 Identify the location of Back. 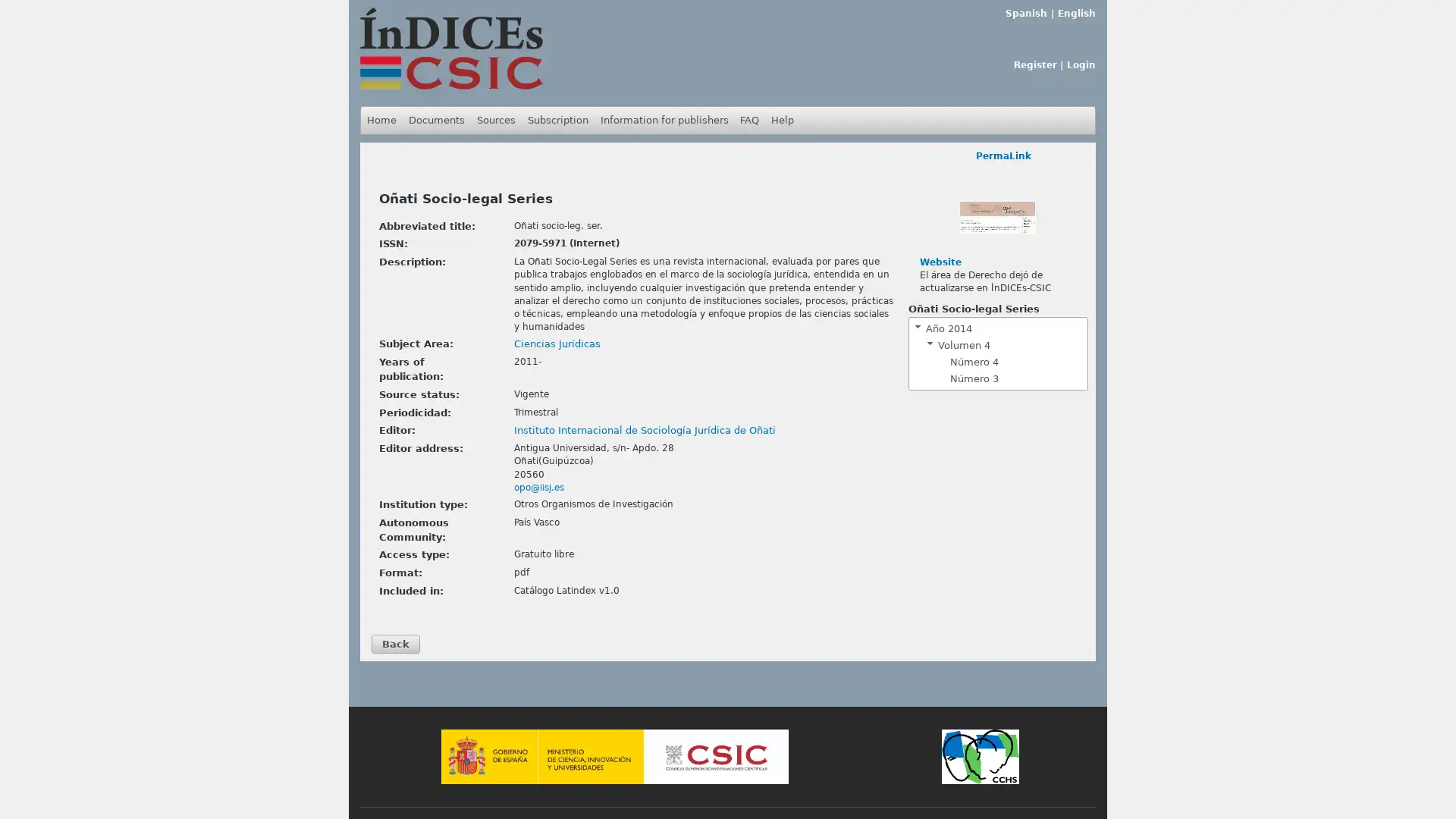
(396, 644).